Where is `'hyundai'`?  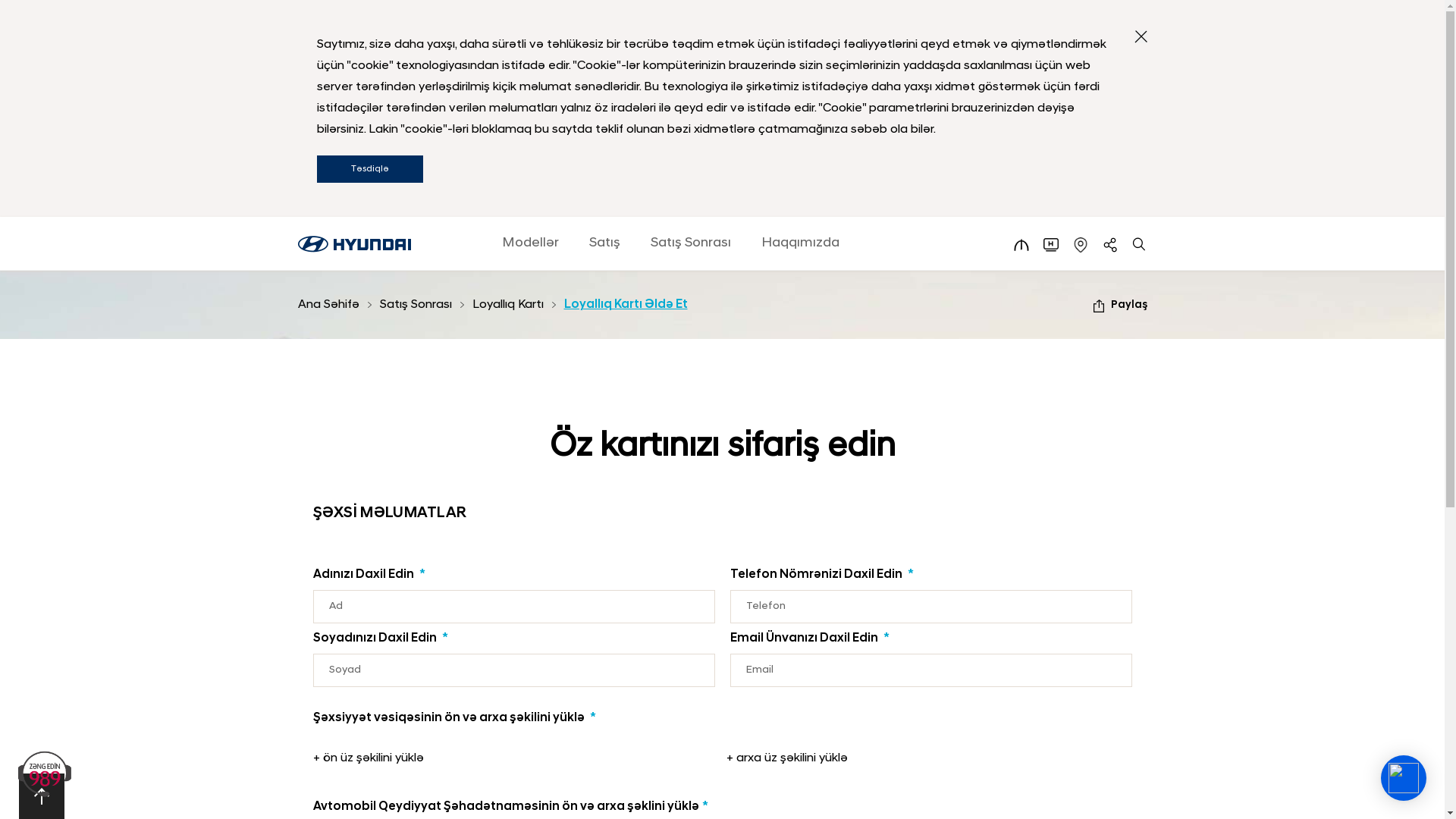 'hyundai' is located at coordinates (353, 243).